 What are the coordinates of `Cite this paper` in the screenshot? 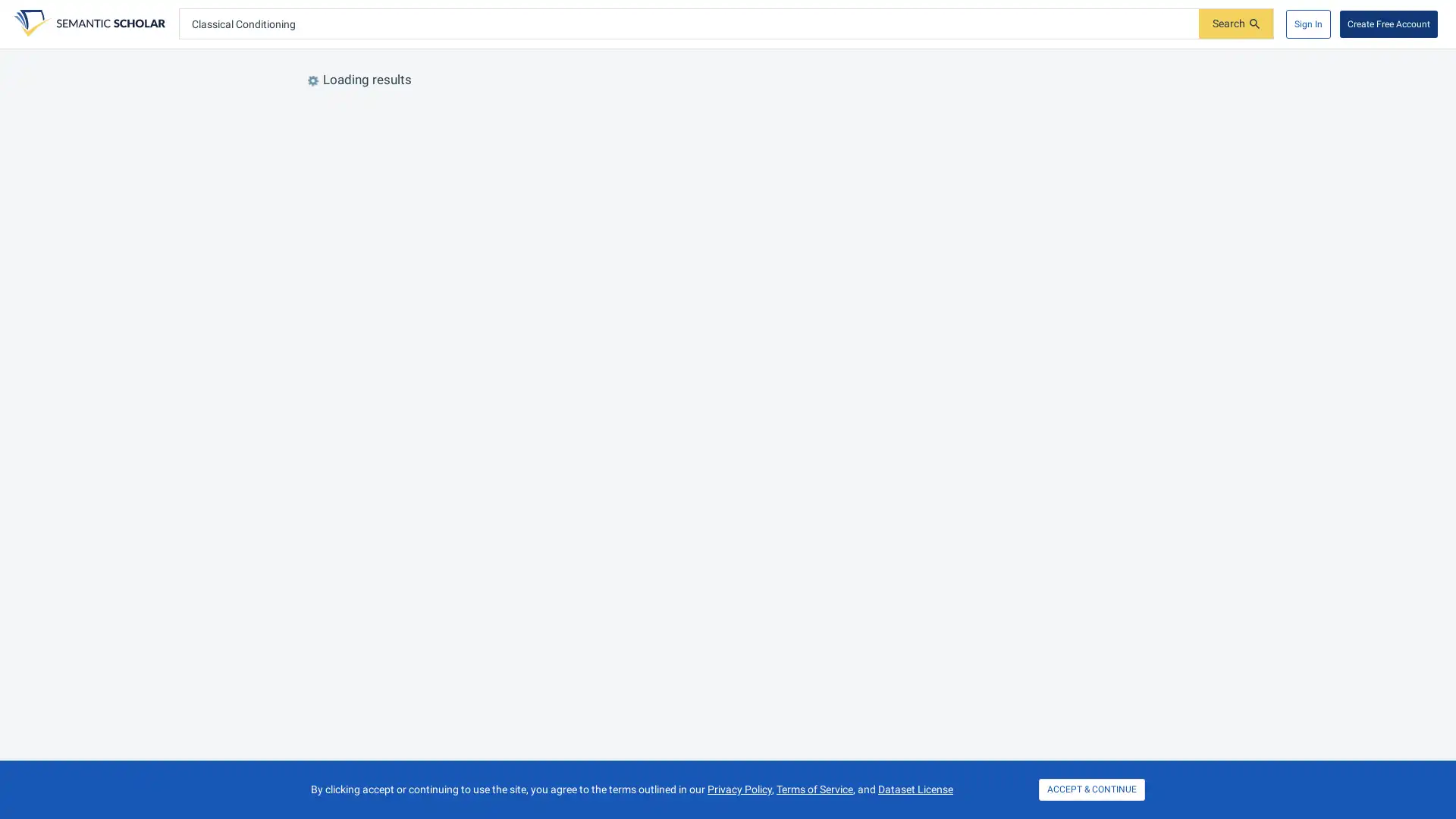 It's located at (497, 604).